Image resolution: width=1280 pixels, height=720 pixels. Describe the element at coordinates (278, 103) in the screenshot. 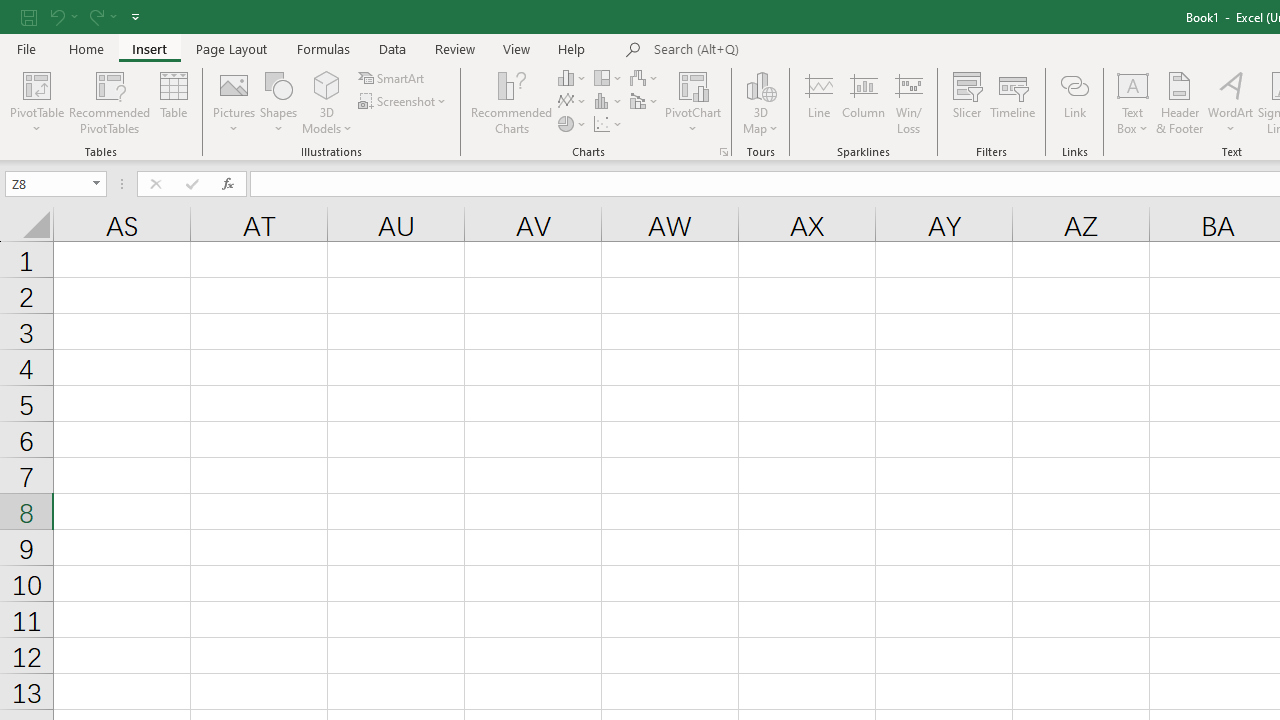

I see `'Shapes'` at that location.